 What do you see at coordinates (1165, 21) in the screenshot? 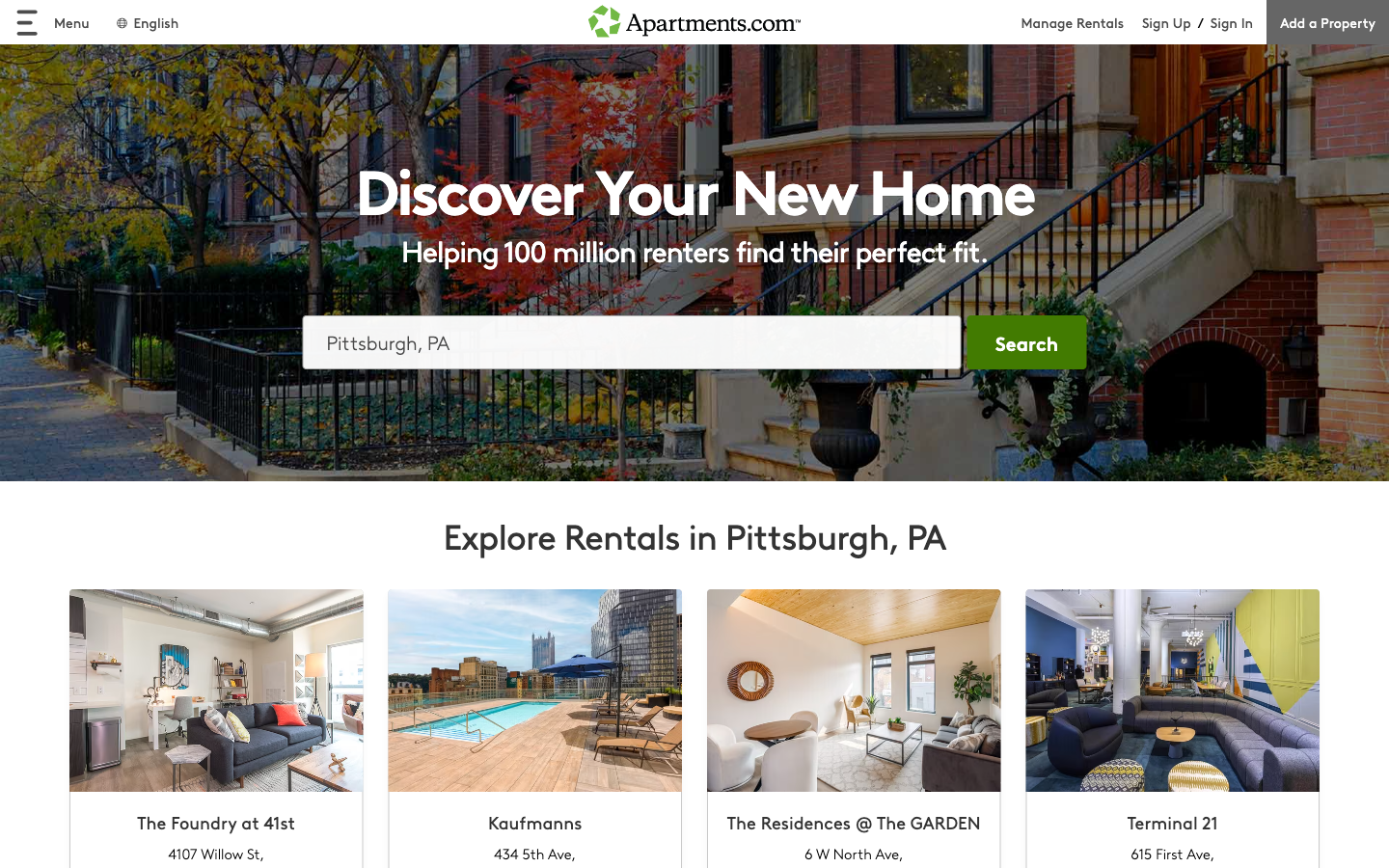
I see `registration initiation` at bounding box center [1165, 21].